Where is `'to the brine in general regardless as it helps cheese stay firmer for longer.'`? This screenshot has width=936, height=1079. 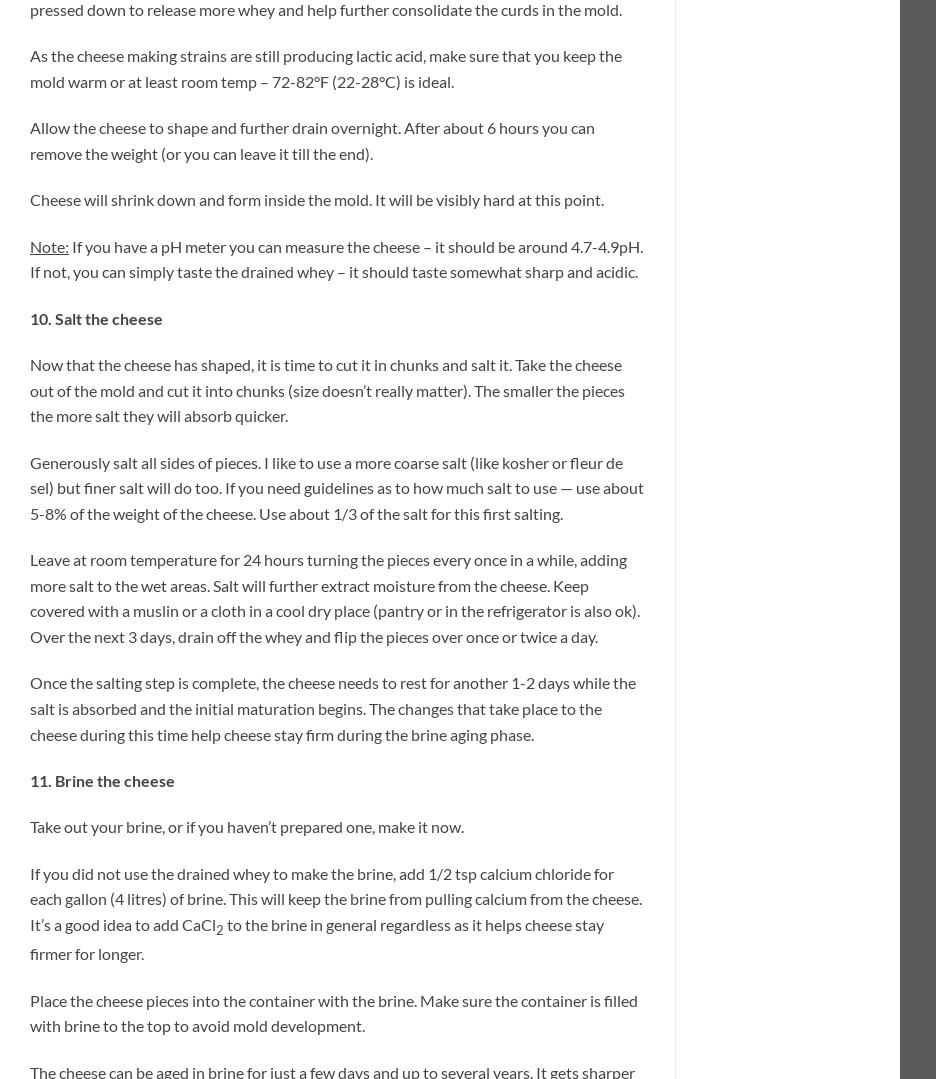
'to the brine in general regardless as it helps cheese stay firmer for longer.' is located at coordinates (316, 938).